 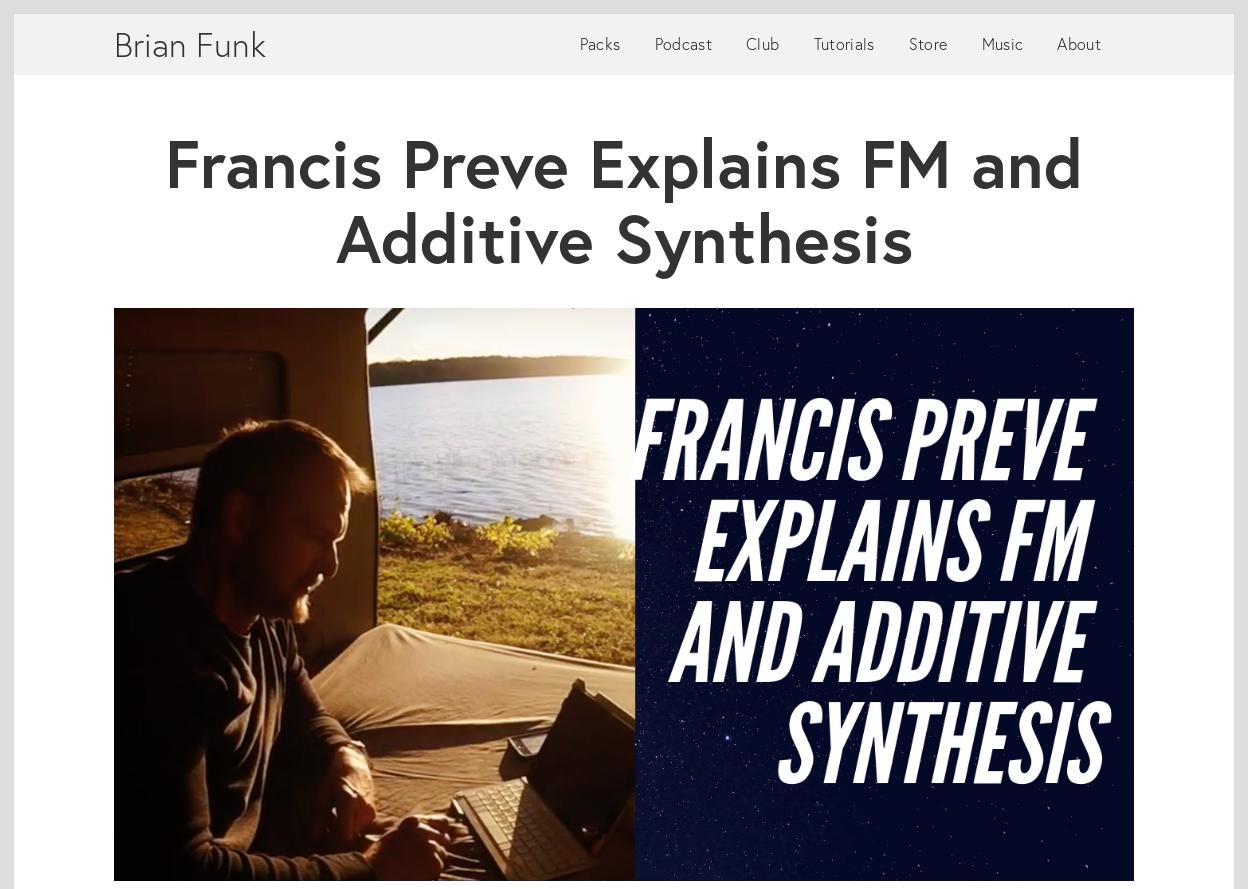 What do you see at coordinates (762, 43) in the screenshot?
I see `'Club'` at bounding box center [762, 43].